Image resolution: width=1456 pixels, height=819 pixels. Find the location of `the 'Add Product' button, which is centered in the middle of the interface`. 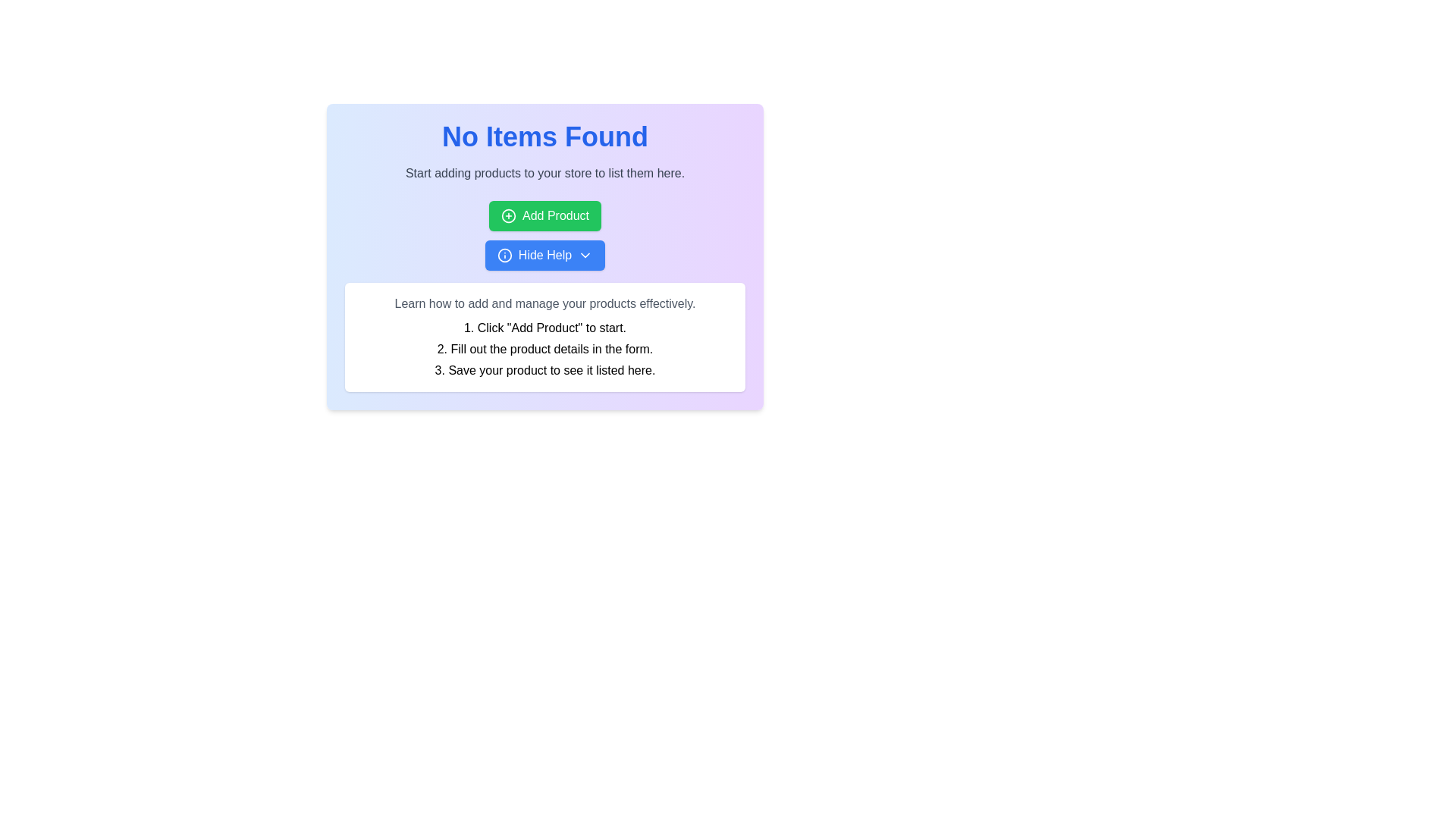

the 'Add Product' button, which is centered in the middle of the interface is located at coordinates (545, 216).